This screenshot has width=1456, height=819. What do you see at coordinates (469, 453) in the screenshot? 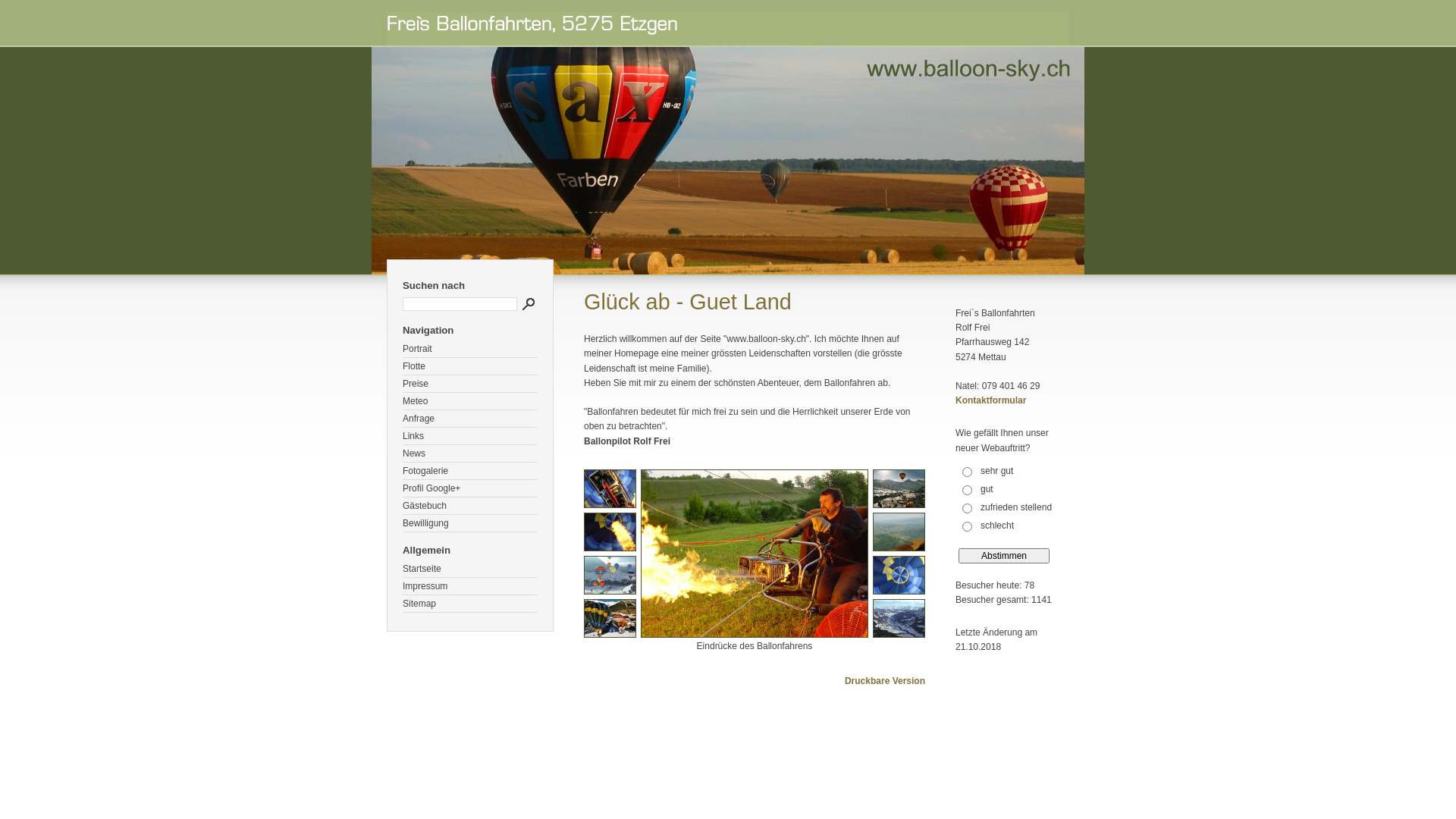
I see `'News'` at bounding box center [469, 453].